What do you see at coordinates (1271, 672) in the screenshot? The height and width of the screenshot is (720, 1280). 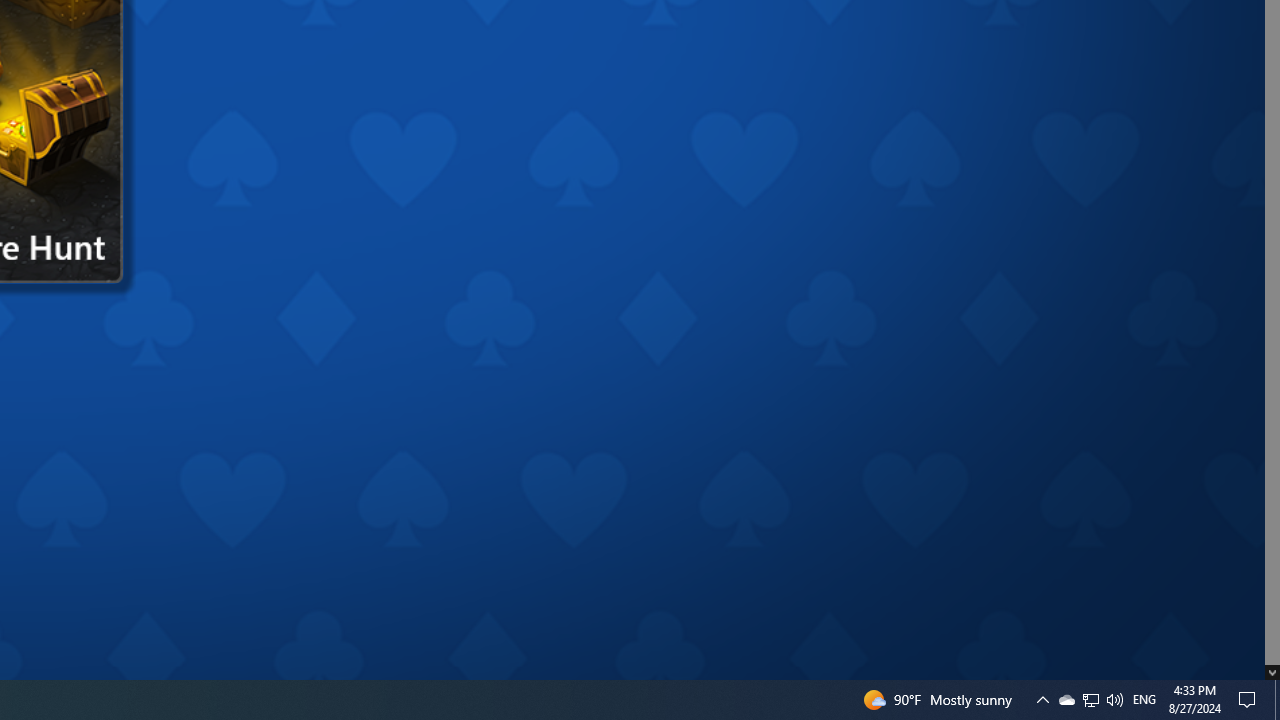 I see `'AutomationID: down_arrow_0'` at bounding box center [1271, 672].